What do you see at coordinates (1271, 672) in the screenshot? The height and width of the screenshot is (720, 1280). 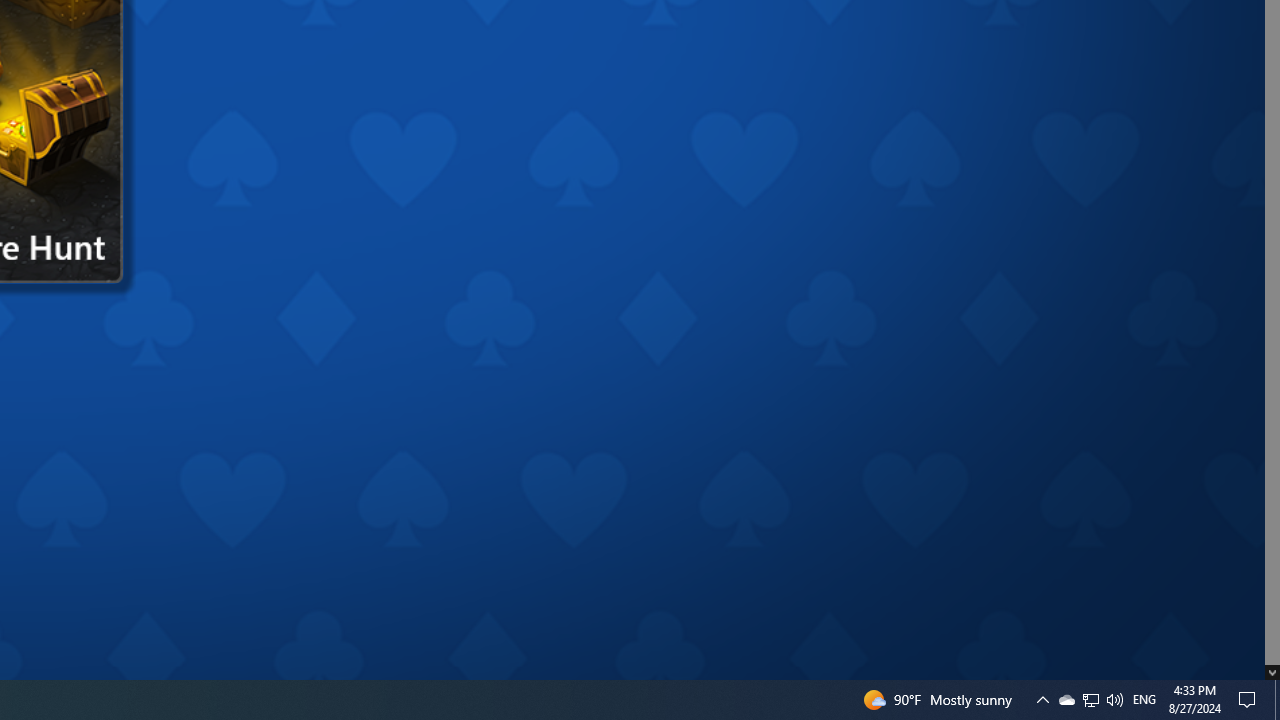 I see `'AutomationID: down_arrow_0'` at bounding box center [1271, 672].